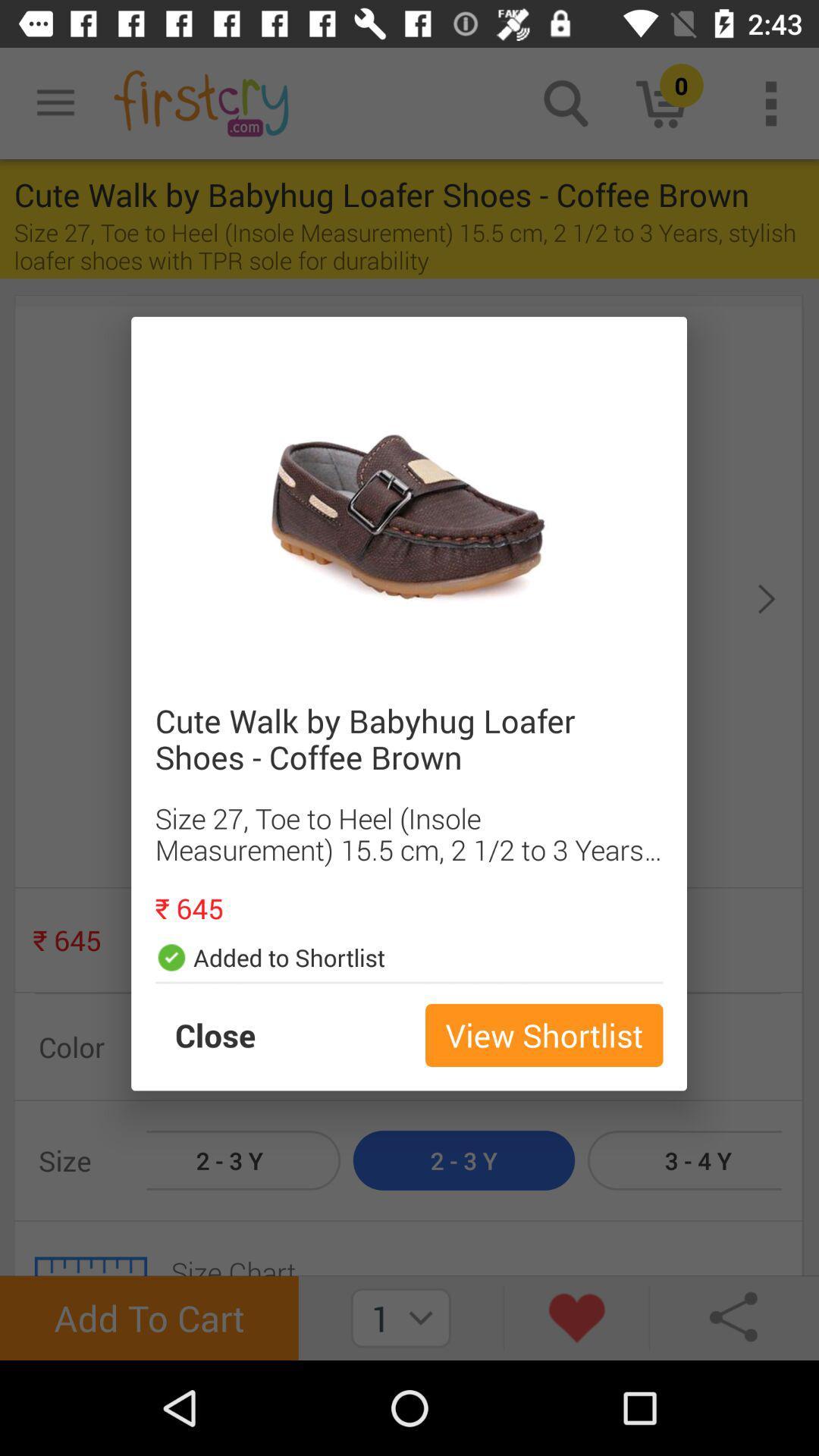 This screenshot has height=1456, width=819. Describe the element at coordinates (543, 1034) in the screenshot. I see `the view shortlist` at that location.